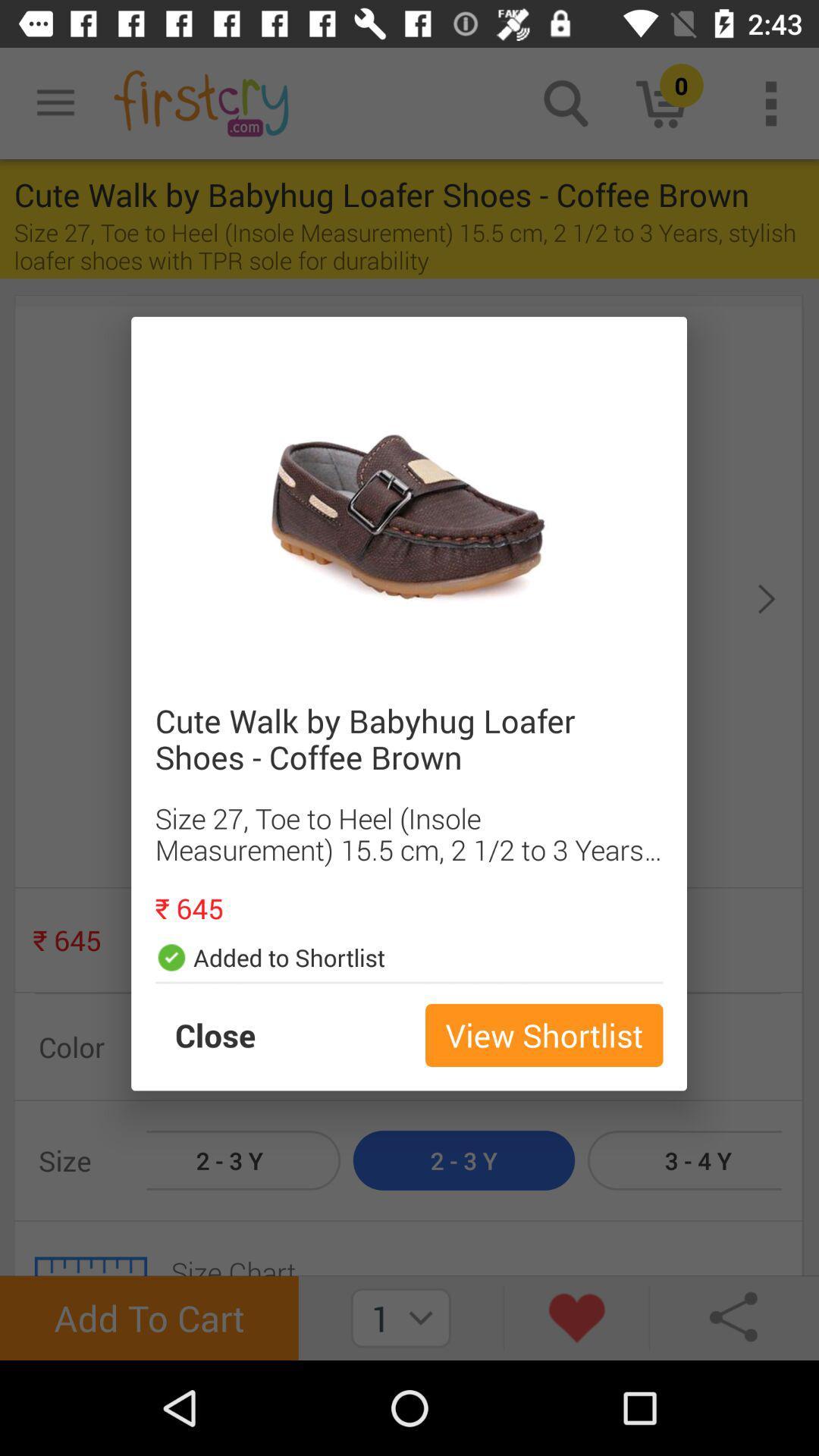 This screenshot has height=1456, width=819. Describe the element at coordinates (543, 1034) in the screenshot. I see `the view shortlist` at that location.